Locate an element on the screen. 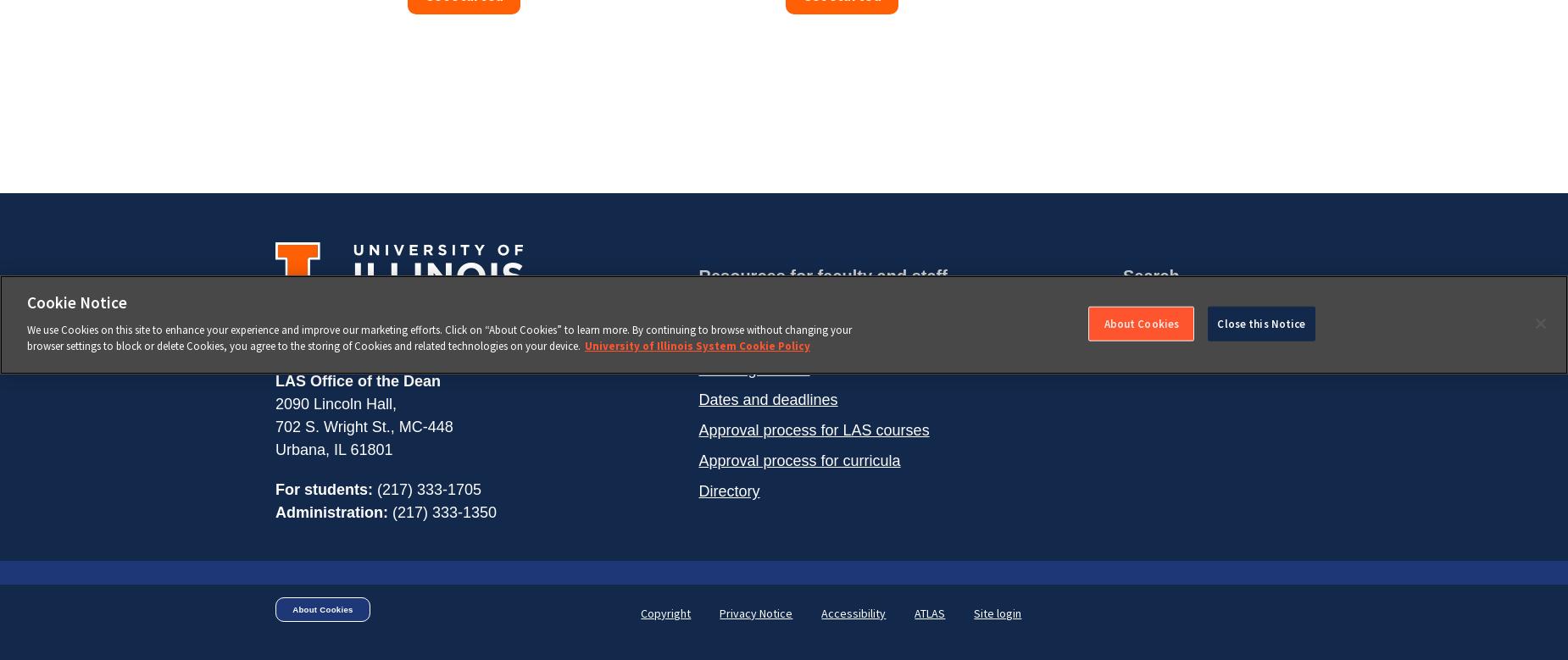 Image resolution: width=1568 pixels, height=660 pixels. 'Copyright' is located at coordinates (665, 613).